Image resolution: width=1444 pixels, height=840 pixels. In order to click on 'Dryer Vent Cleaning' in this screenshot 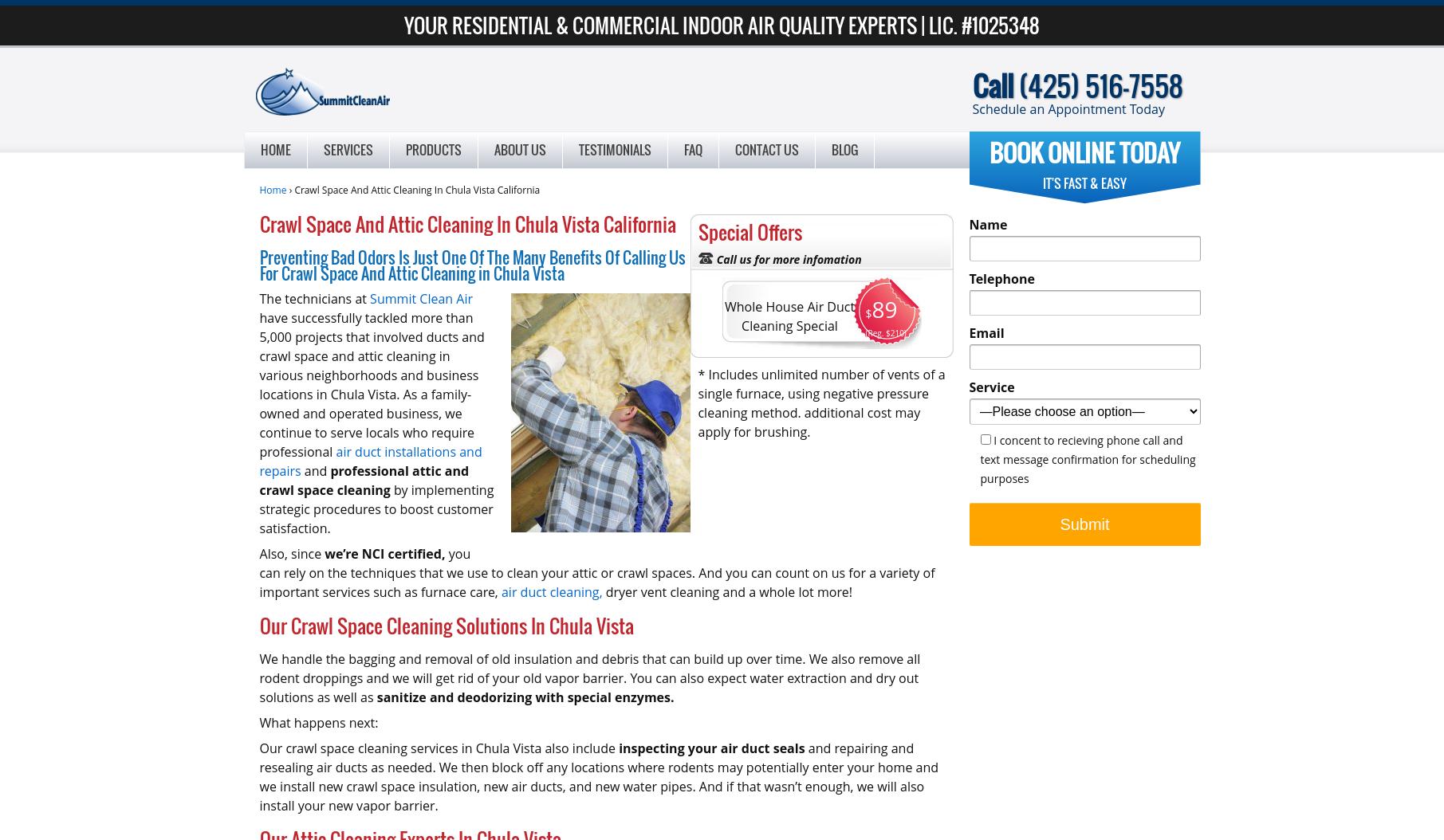, I will do `click(364, 180)`.